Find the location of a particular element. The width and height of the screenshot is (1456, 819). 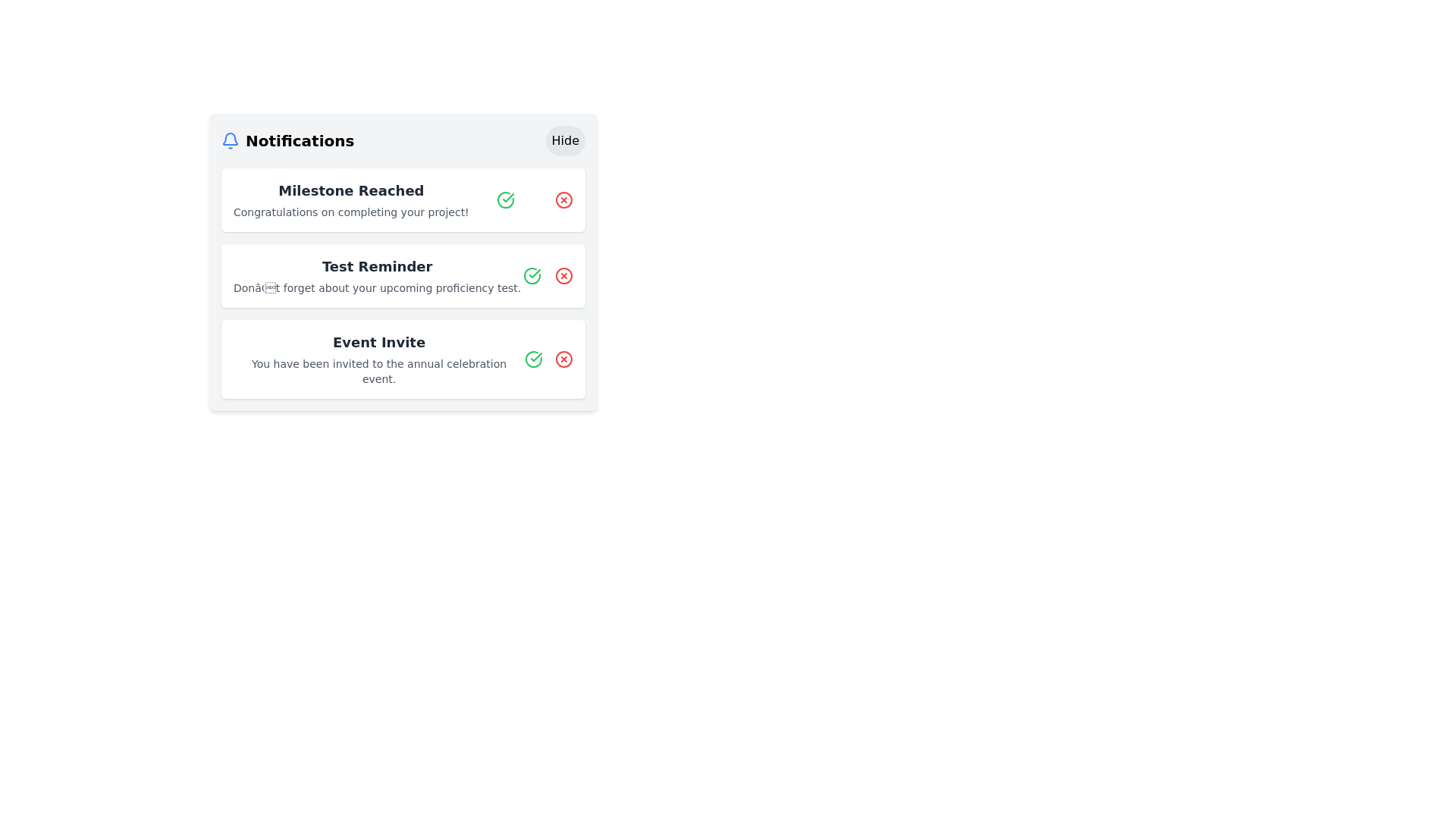

the text label providing supplementary information within the 'Test Reminder' notification card, located below the title text is located at coordinates (377, 288).